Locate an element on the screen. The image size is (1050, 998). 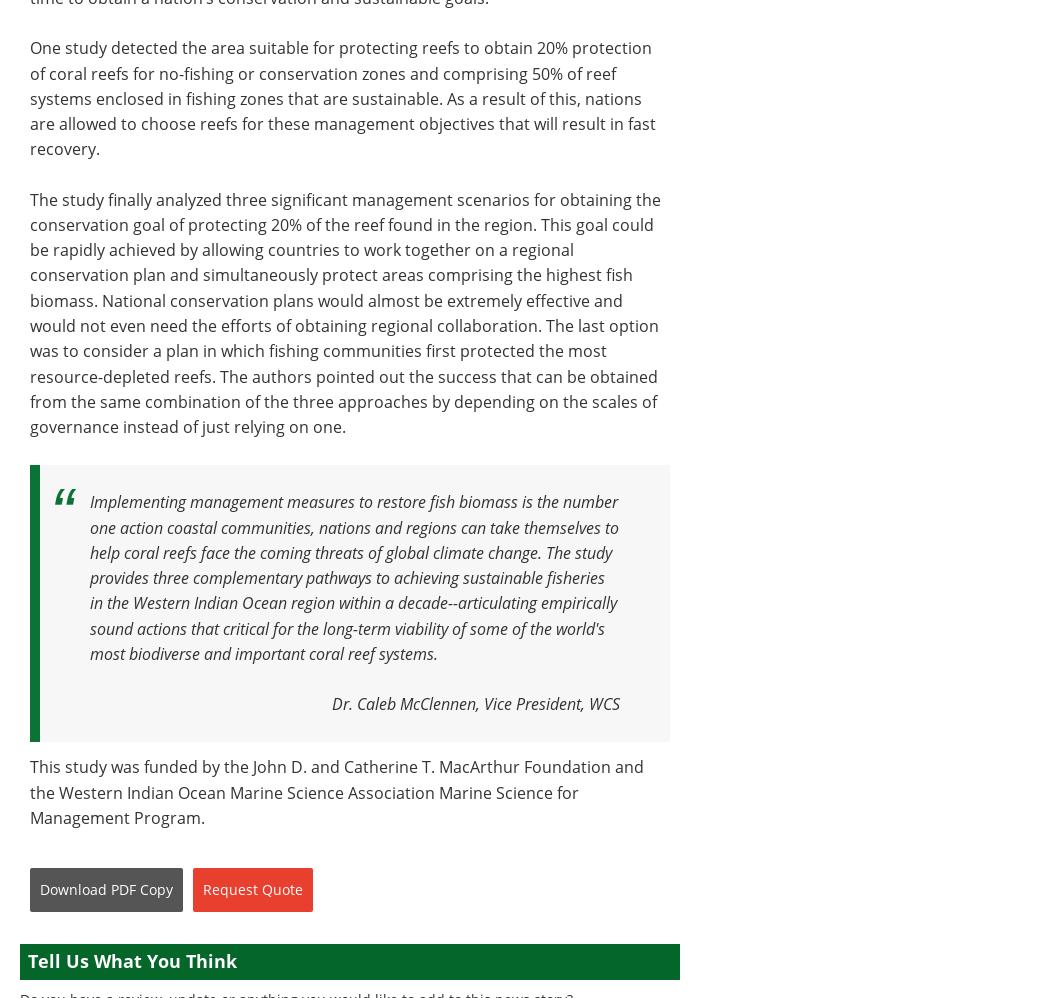
'The study finally analyzed three significant management scenarios for obtaining the conservation goal of protecting 20% of the reef found in the region. This goal could be rapidly achieved by allowing countries to work together on a regional conservation plan and simultaneously protect areas comprising the highest fish biomass. National conservation plans would almost be extremely effective and would not even need the efforts of obtaining regional collaboration. The last option was to consider a plan in which fishing communities first protected the most resource-depleted reefs. The authors pointed out the success that can be obtained from the same combination of the three approaches by depending on the scales of governance instead of just relying on one.' is located at coordinates (344, 312).